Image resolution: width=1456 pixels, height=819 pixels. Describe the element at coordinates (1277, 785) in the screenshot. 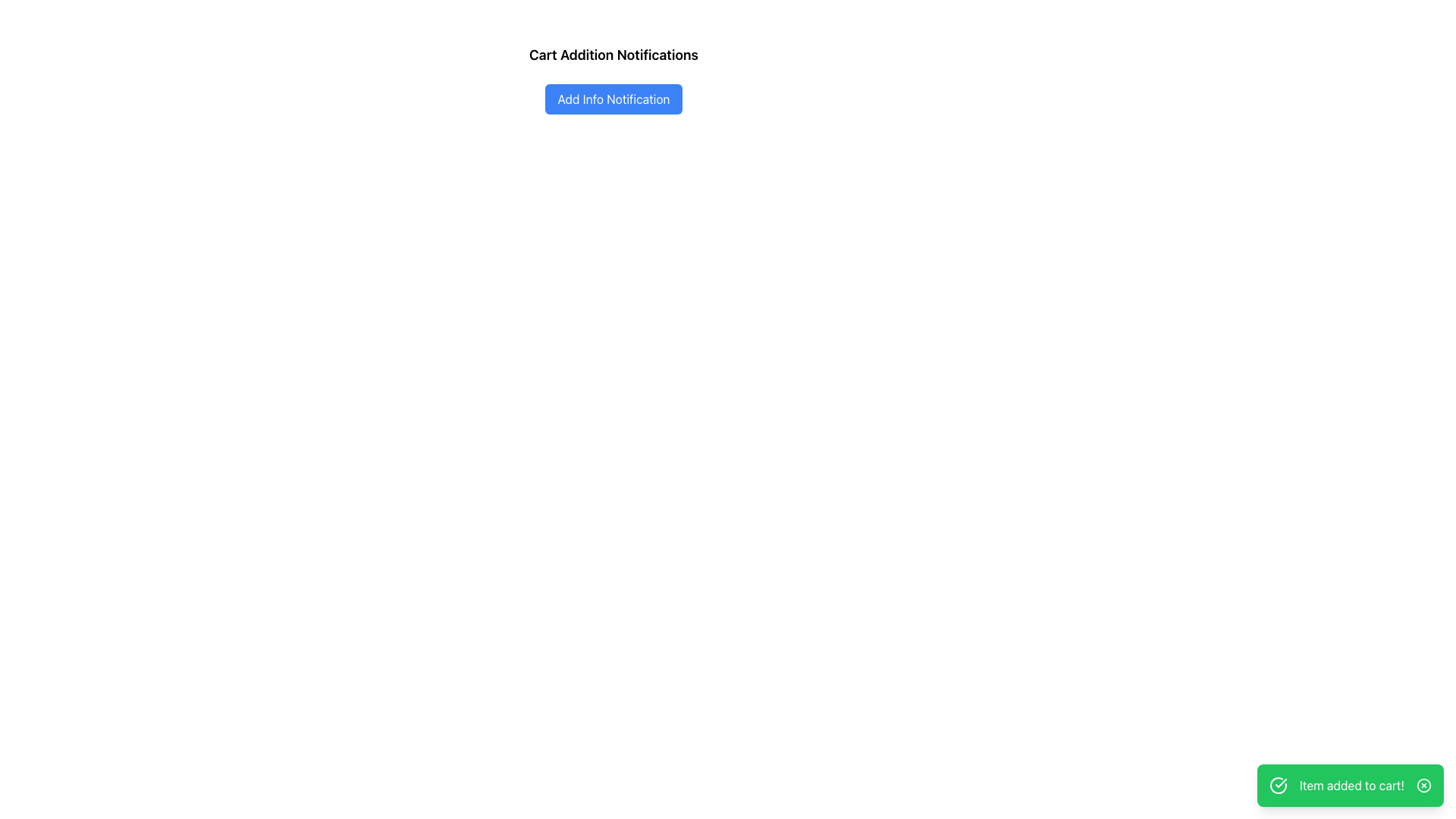

I see `the success confirmation icon located at the left side of the notification banner that reads 'Item added to cart!'` at that location.